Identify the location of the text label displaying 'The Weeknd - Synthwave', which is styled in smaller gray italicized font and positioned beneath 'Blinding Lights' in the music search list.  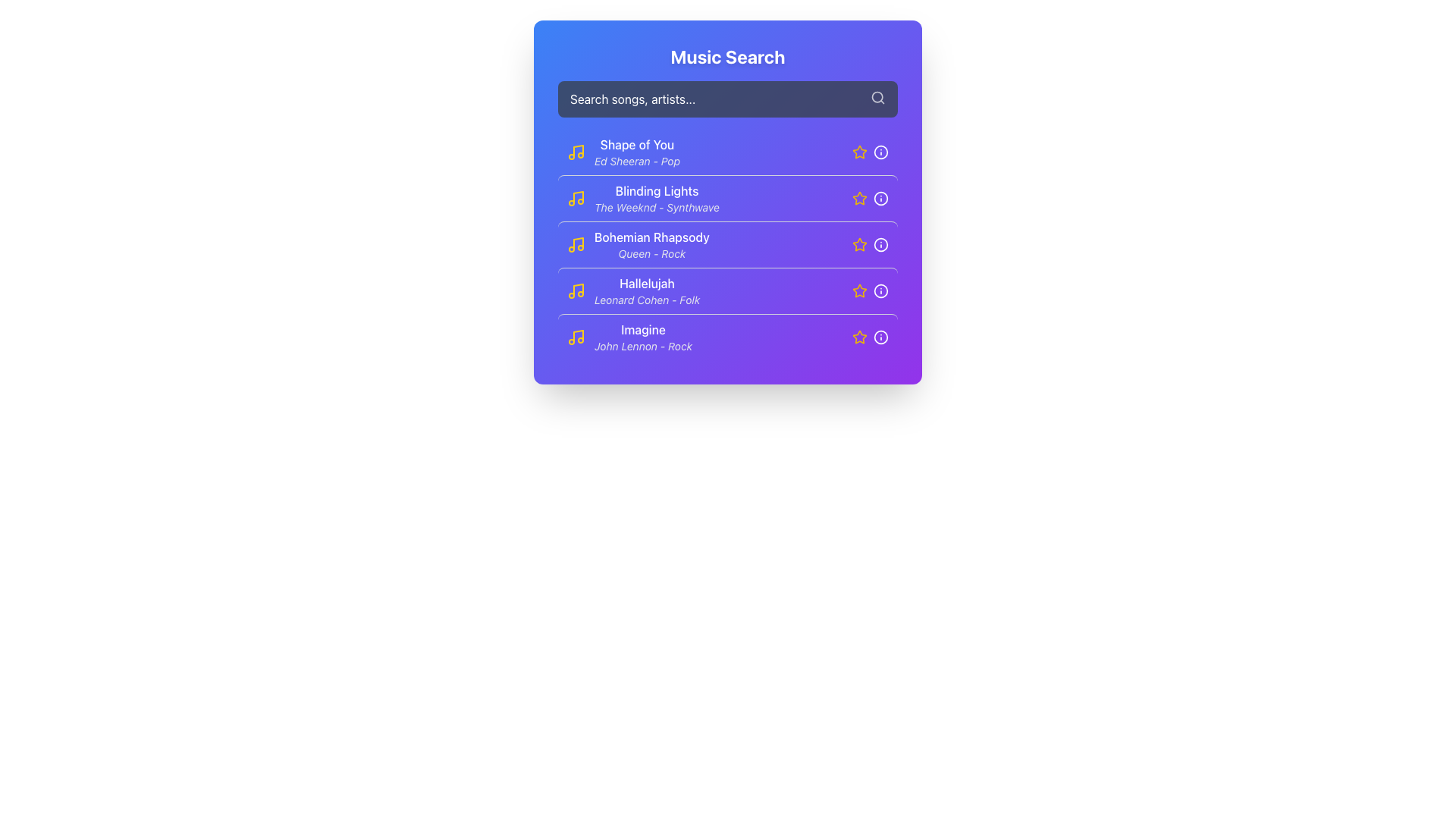
(657, 207).